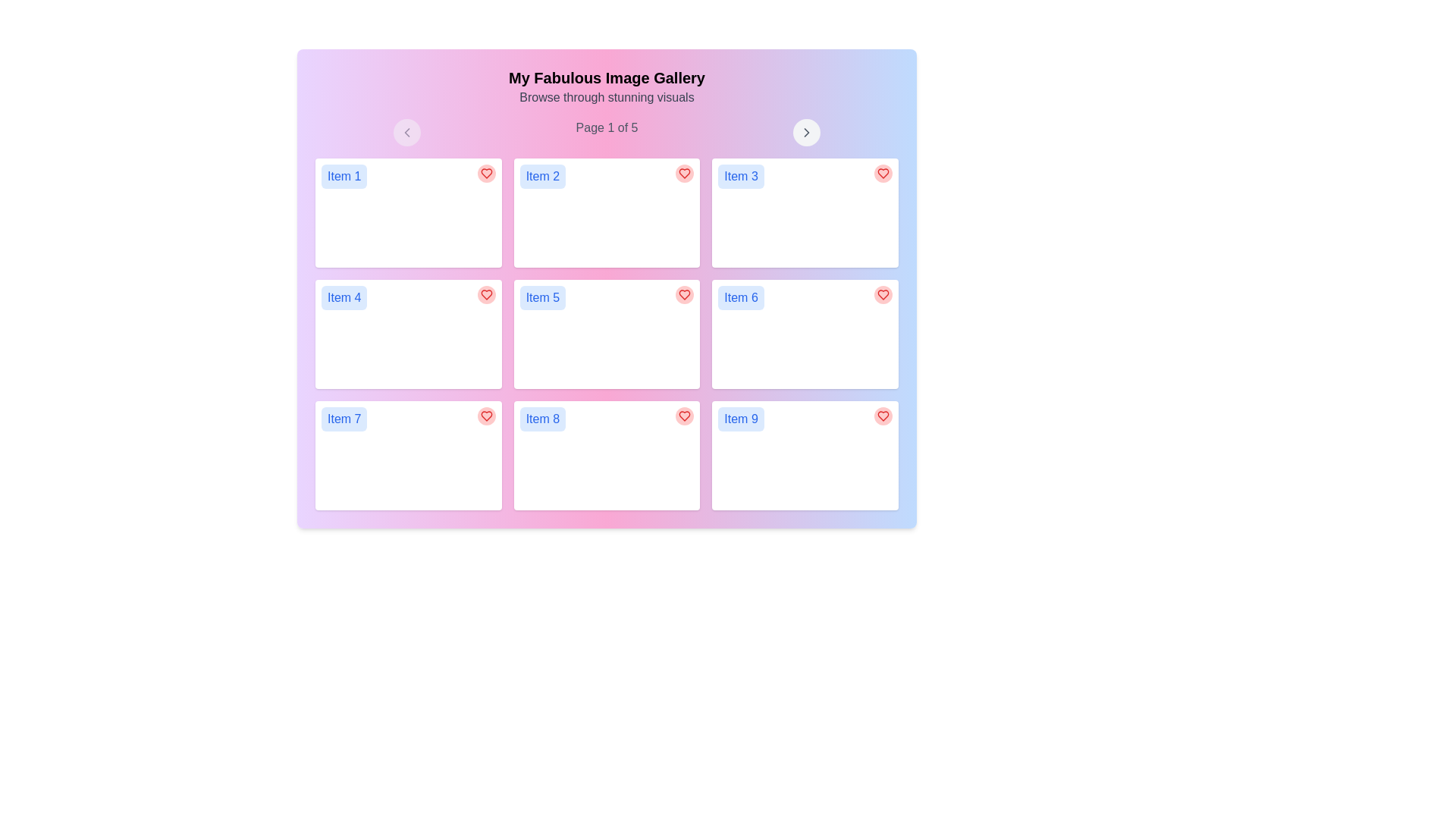 The image size is (1456, 819). Describe the element at coordinates (486, 416) in the screenshot. I see `the rounded button with a red heart icon located in the top-right corner of the 'Item 7' card to interact with it` at that location.